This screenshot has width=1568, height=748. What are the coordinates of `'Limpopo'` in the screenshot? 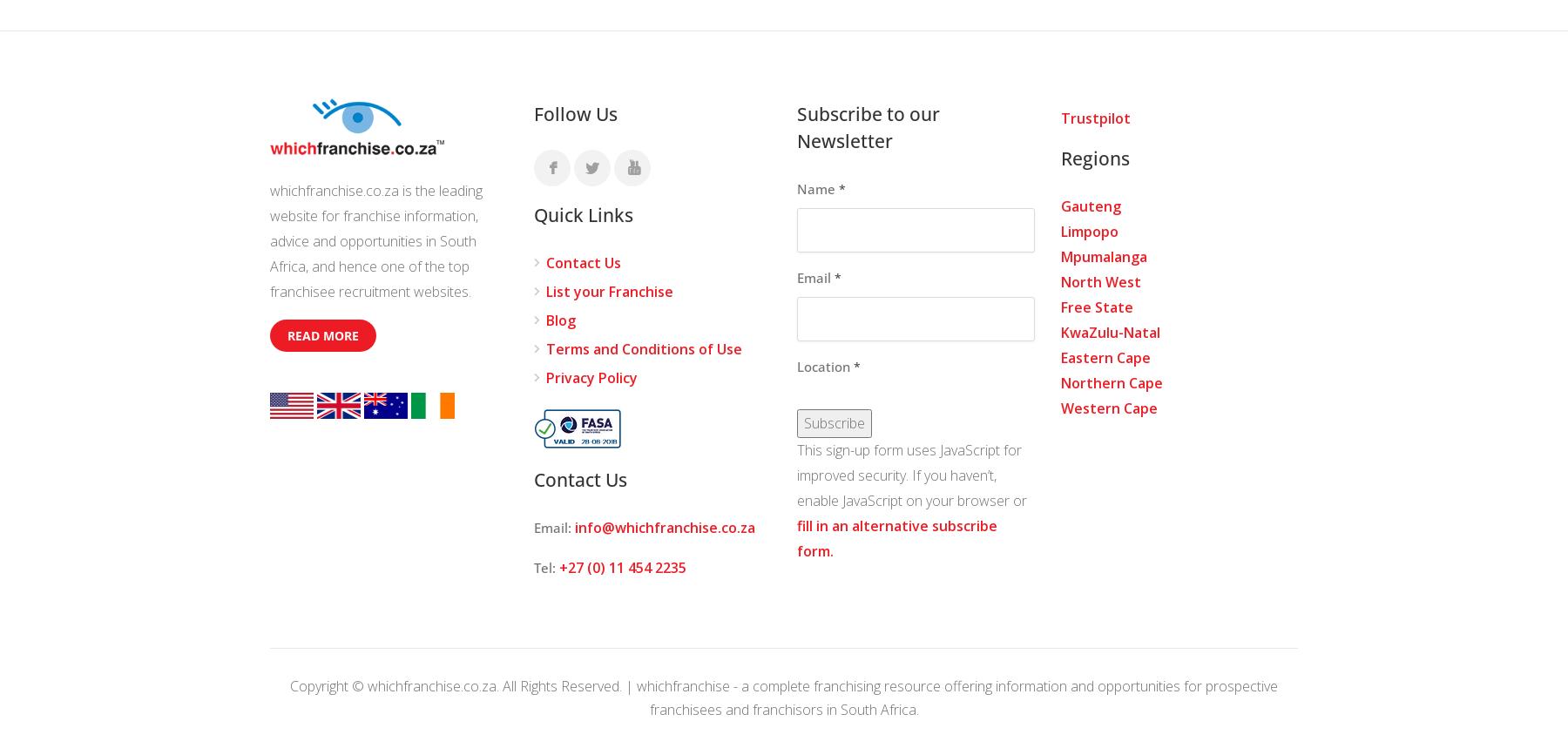 It's located at (1088, 231).